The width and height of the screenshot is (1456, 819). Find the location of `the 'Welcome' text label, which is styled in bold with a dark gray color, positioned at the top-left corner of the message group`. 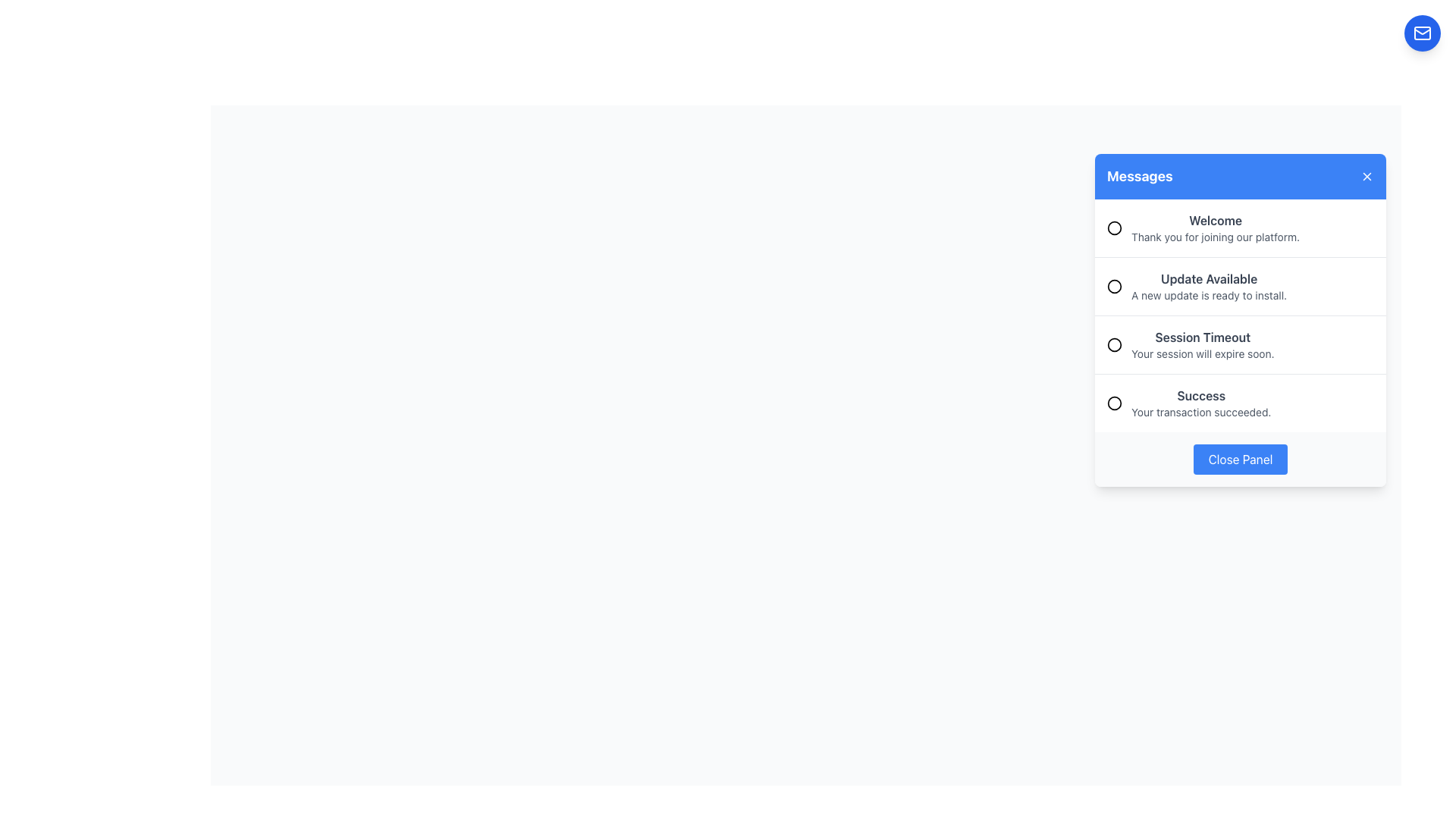

the 'Welcome' text label, which is styled in bold with a dark gray color, positioned at the top-left corner of the message group is located at coordinates (1216, 220).